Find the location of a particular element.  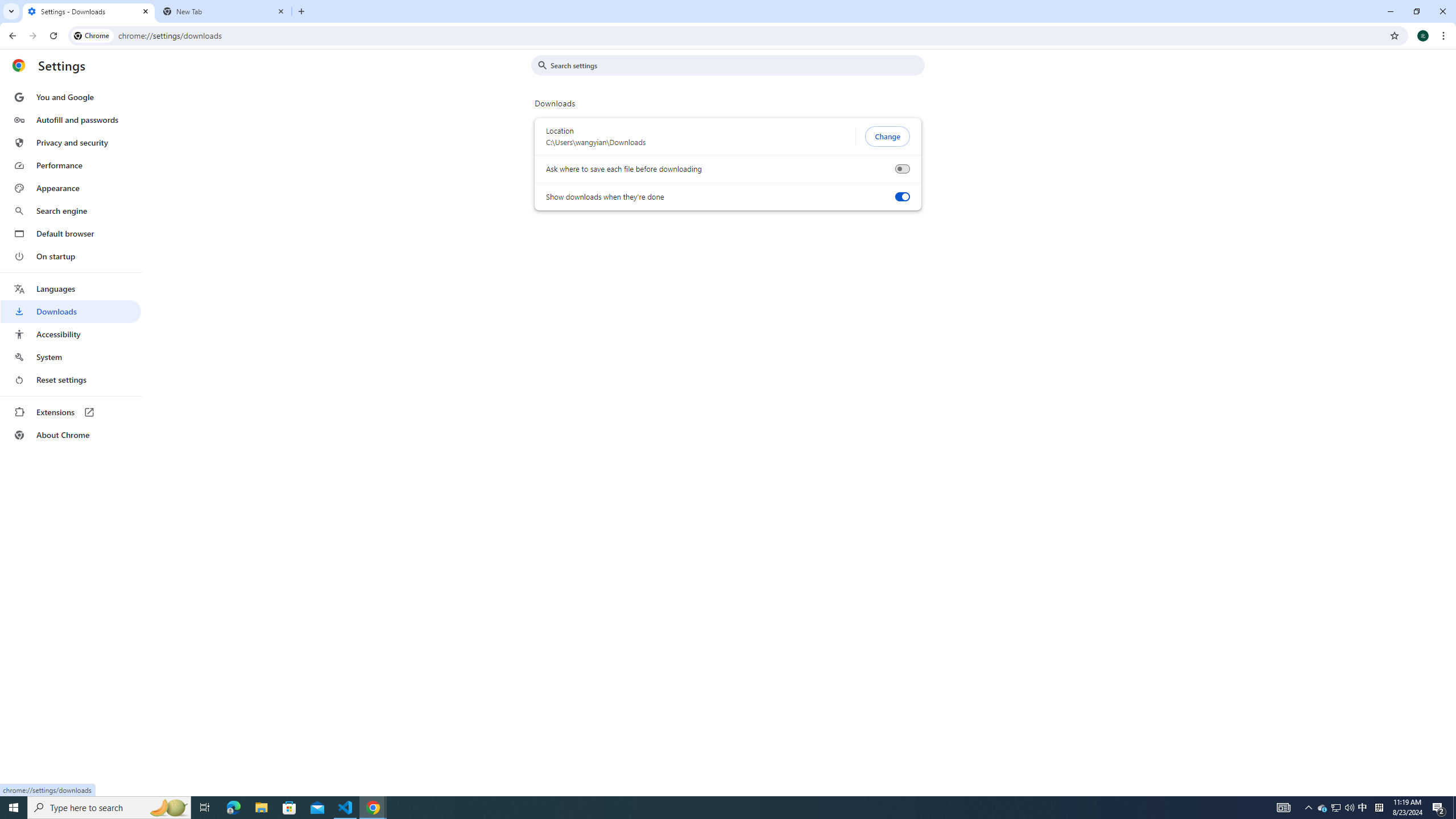

'Ask where to save each file before downloading' is located at coordinates (901, 168).